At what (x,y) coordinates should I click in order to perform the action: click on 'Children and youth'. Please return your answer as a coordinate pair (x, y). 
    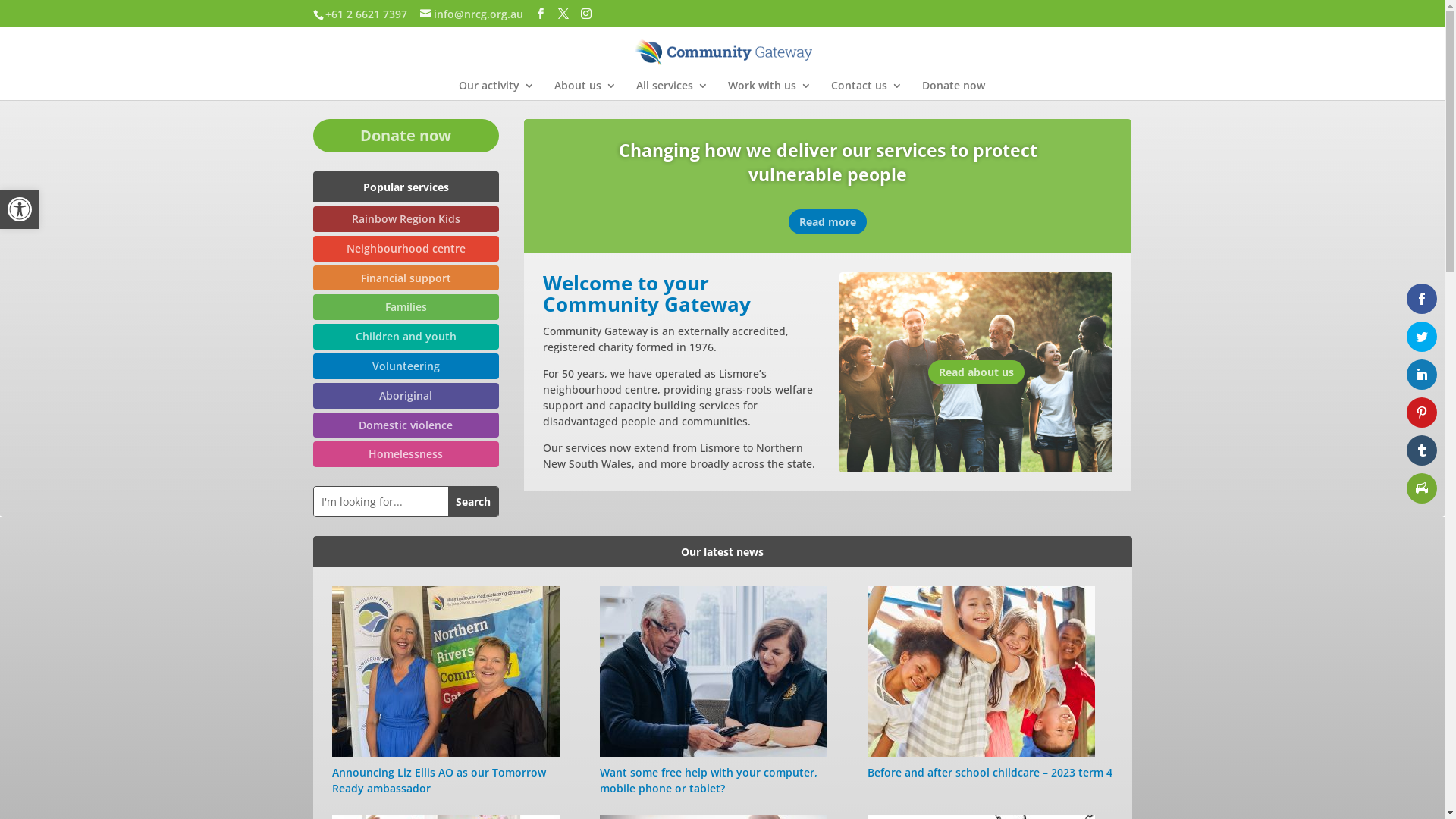
    Looking at the image, I should click on (405, 335).